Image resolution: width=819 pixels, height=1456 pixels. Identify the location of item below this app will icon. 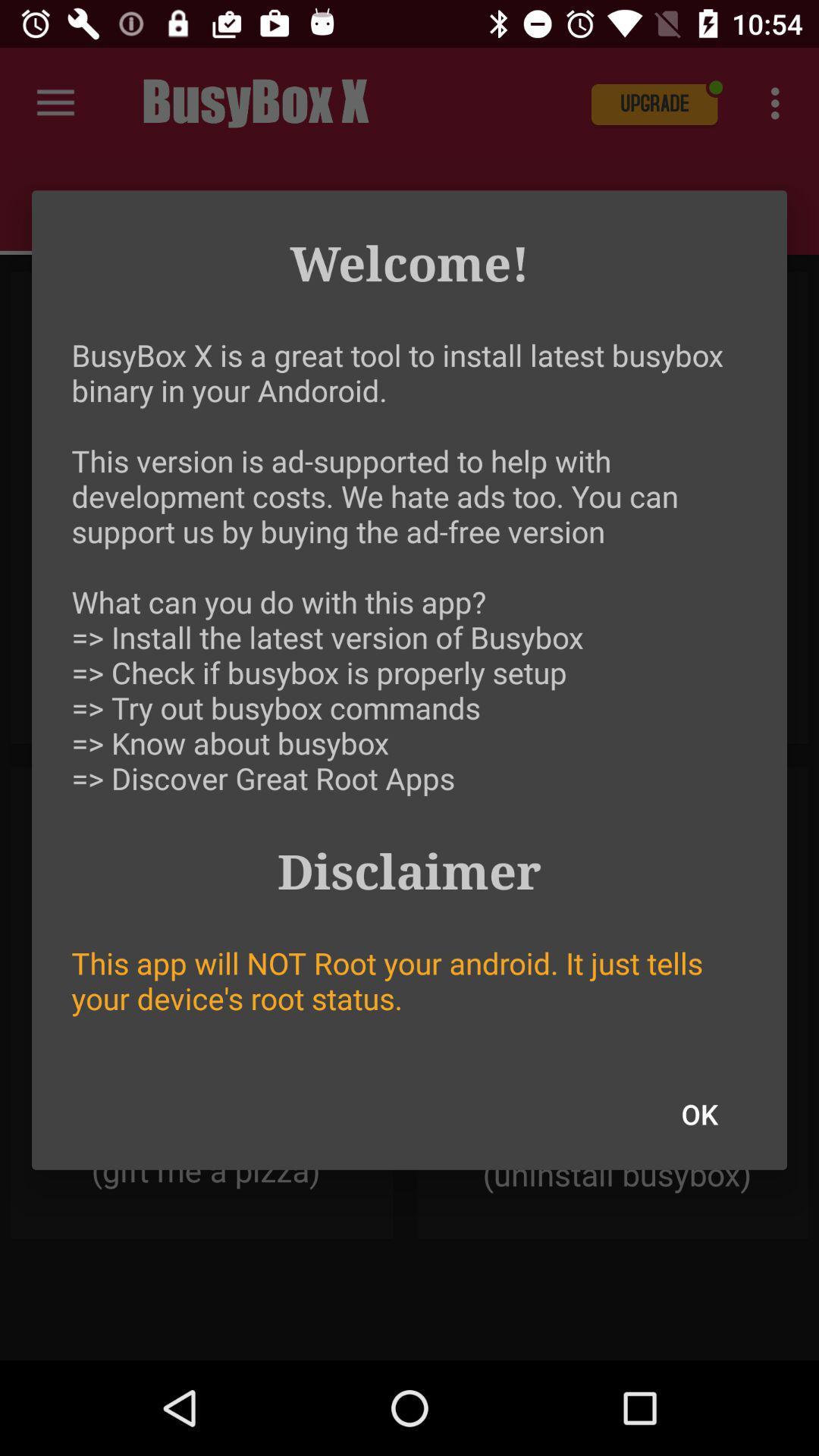
(699, 1114).